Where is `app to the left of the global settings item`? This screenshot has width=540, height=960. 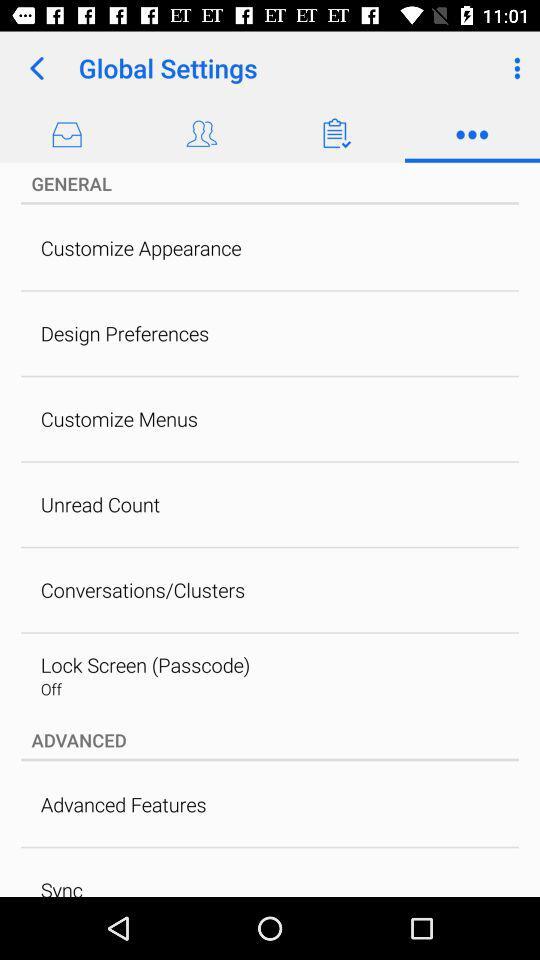
app to the left of the global settings item is located at coordinates (36, 68).